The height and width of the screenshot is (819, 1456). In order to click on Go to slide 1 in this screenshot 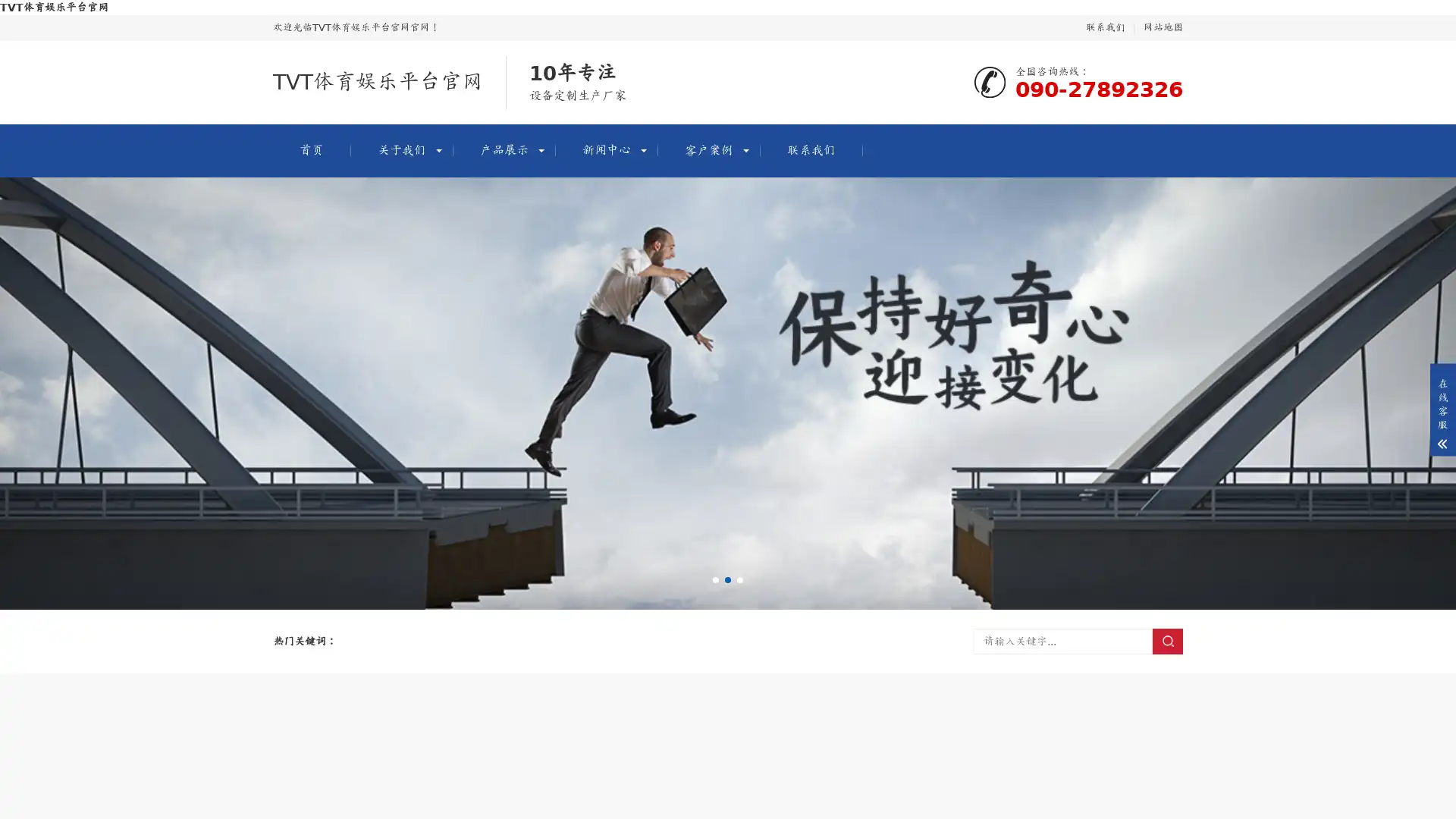, I will do `click(715, 579)`.